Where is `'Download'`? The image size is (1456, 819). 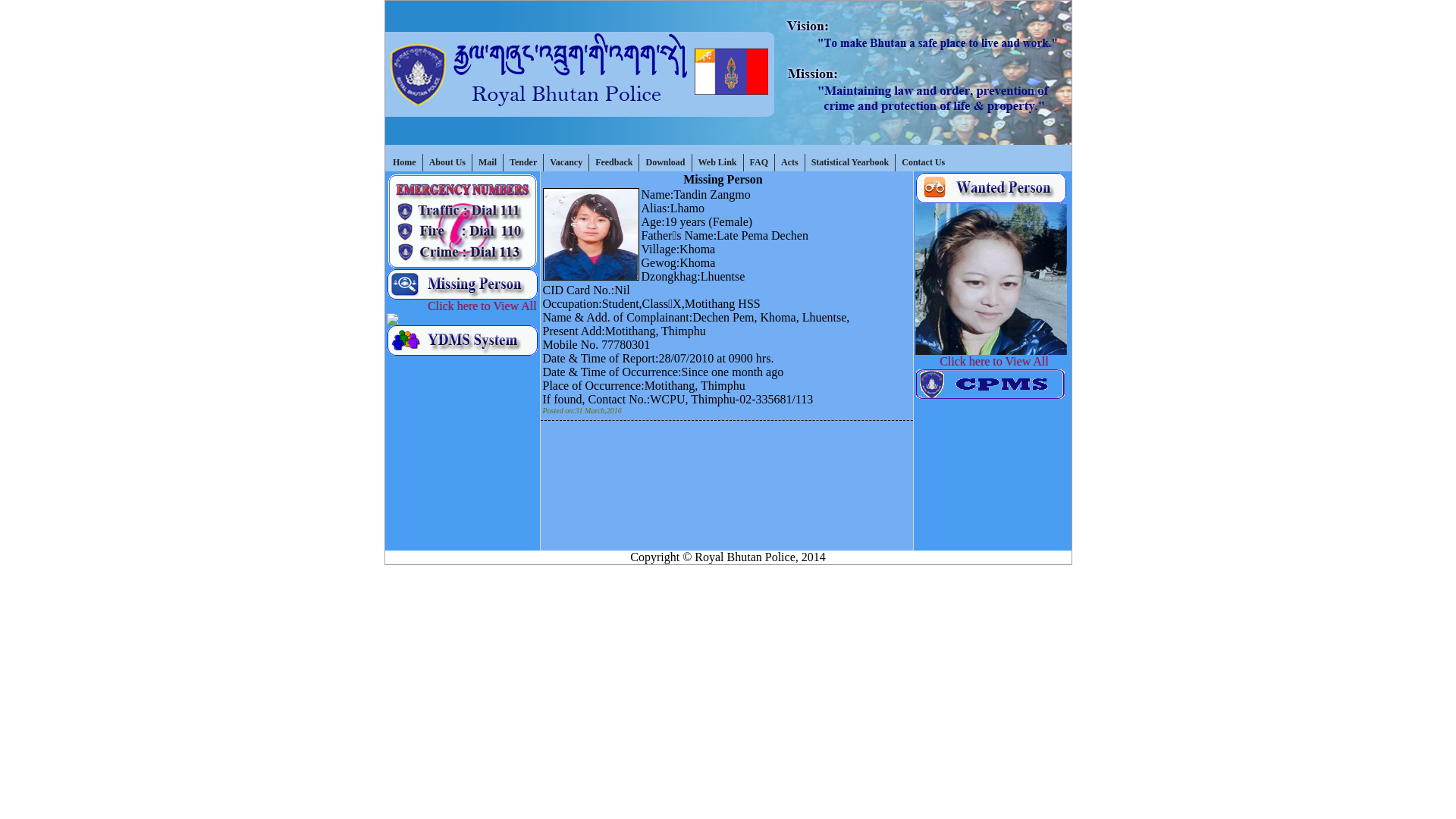
'Download' is located at coordinates (665, 162).